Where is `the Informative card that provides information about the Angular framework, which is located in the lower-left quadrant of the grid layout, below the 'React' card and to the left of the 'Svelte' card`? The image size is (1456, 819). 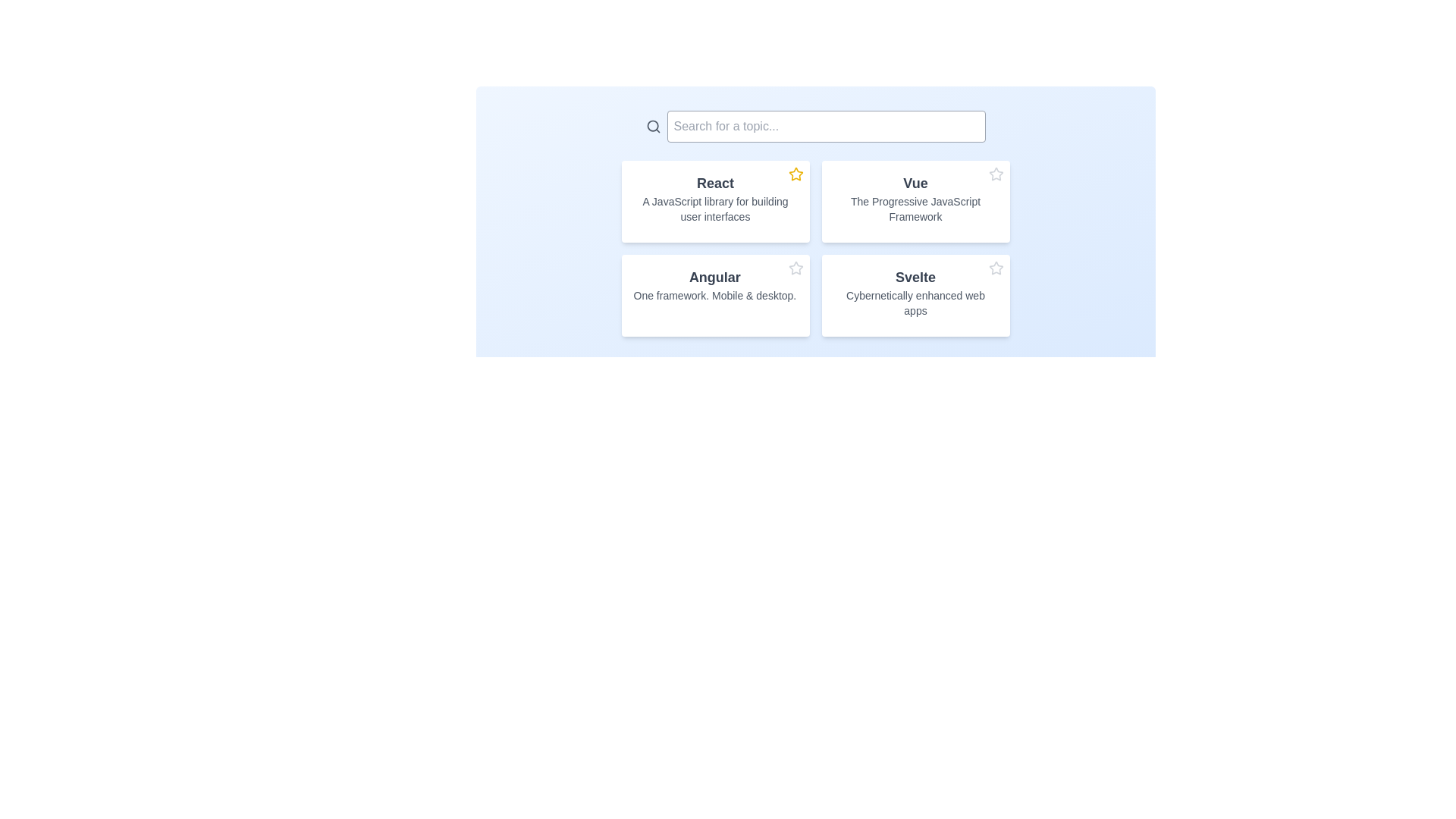 the Informative card that provides information about the Angular framework, which is located in the lower-left quadrant of the grid layout, below the 'React' card and to the left of the 'Svelte' card is located at coordinates (714, 295).